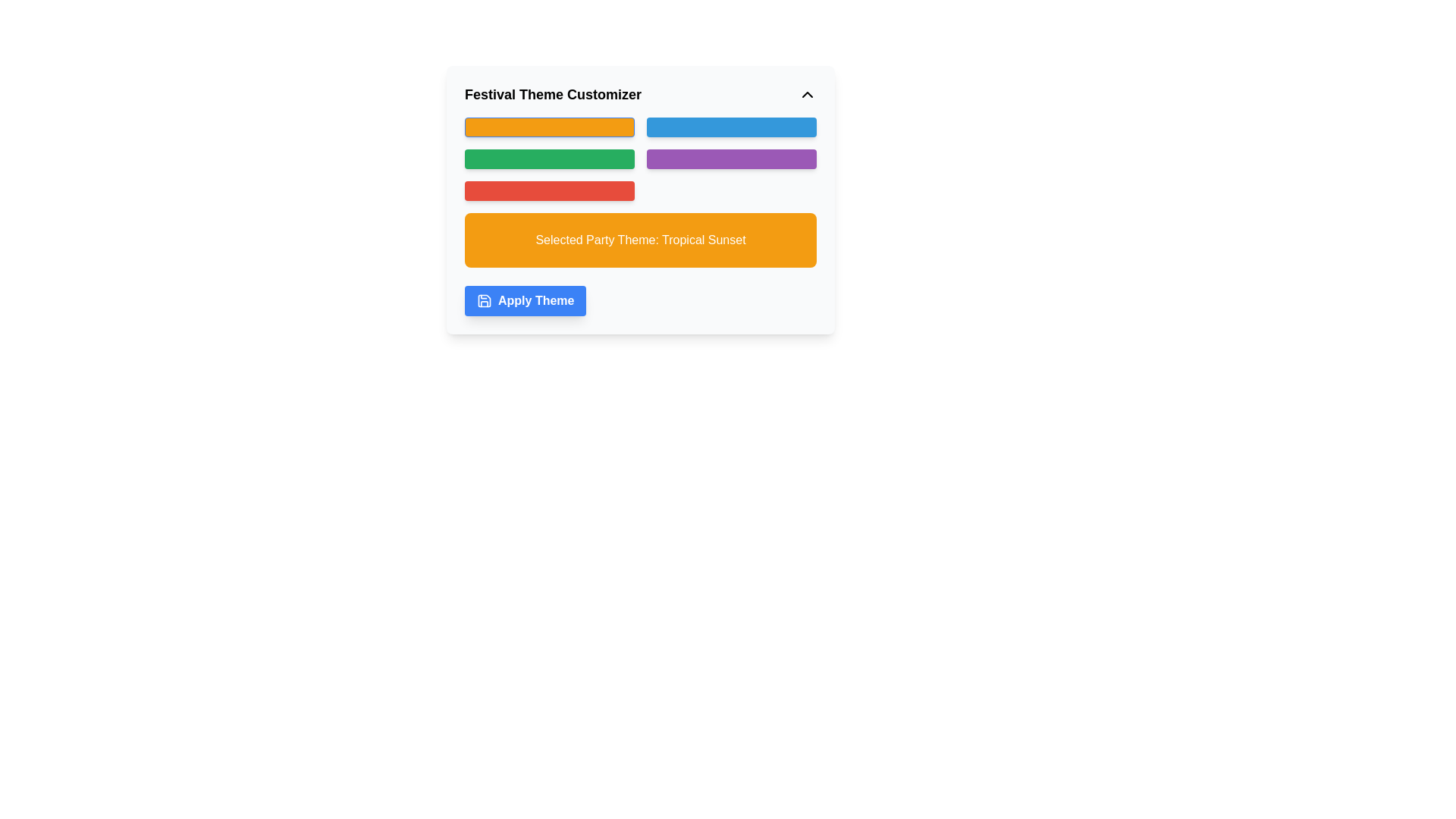 Image resolution: width=1456 pixels, height=819 pixels. I want to click on the 'Apply Theme' button containing the save icon, which is located at the bottom of the Festival Theme Customizer card, so click(483, 301).